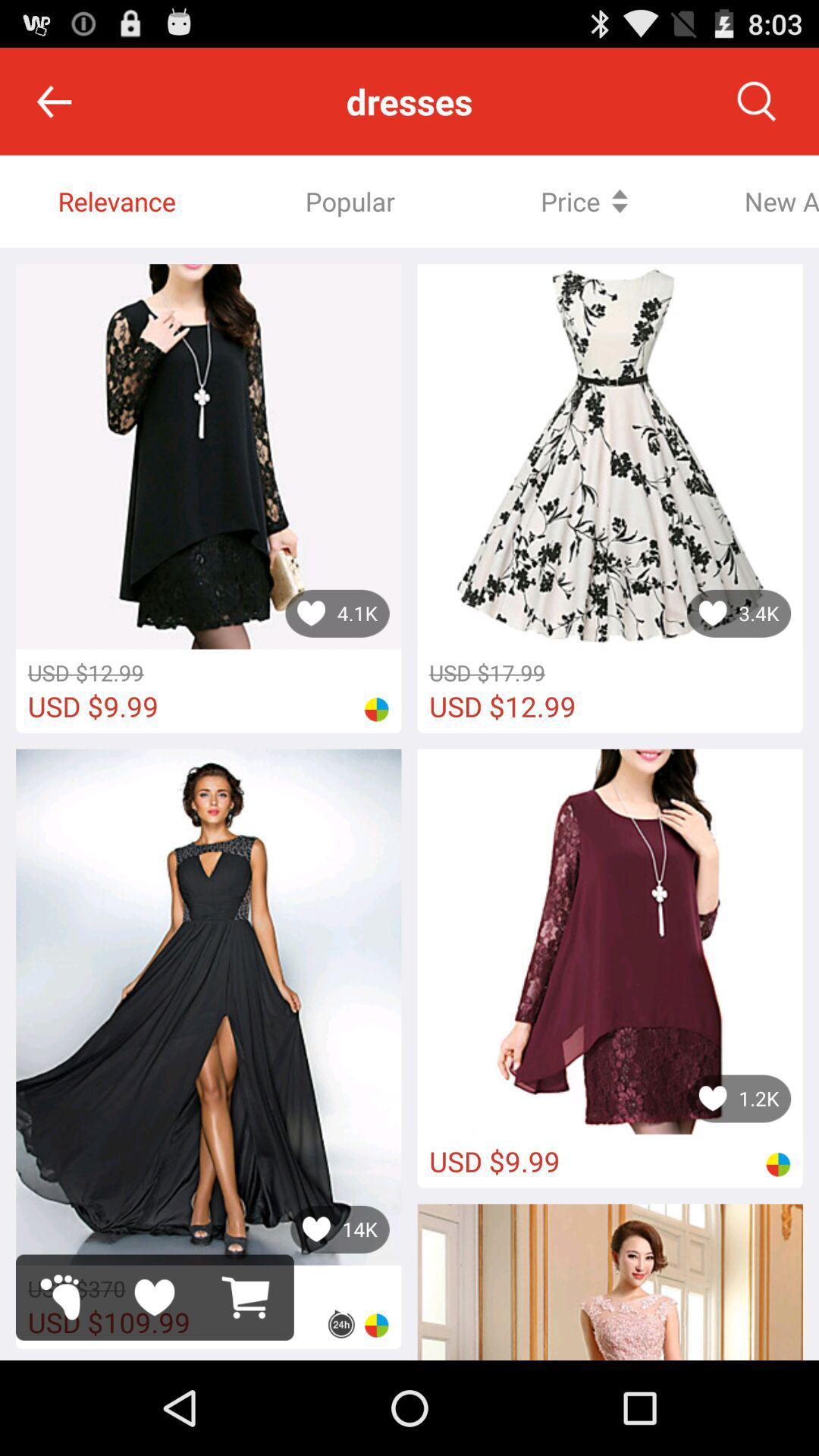 Image resolution: width=819 pixels, height=1456 pixels. I want to click on the search icon, so click(756, 108).